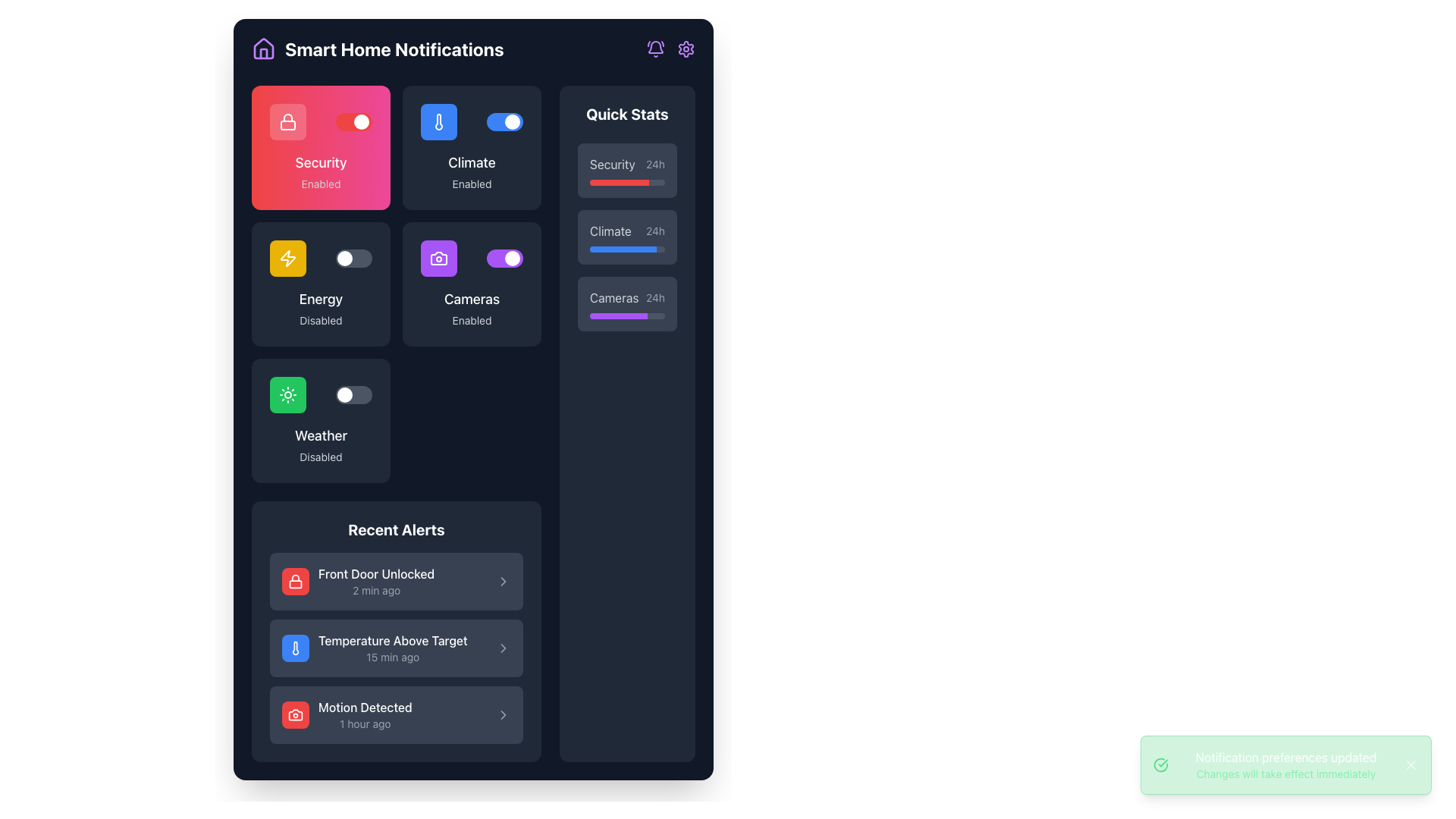 The height and width of the screenshot is (819, 1456). I want to click on security activity level, so click(638, 181).